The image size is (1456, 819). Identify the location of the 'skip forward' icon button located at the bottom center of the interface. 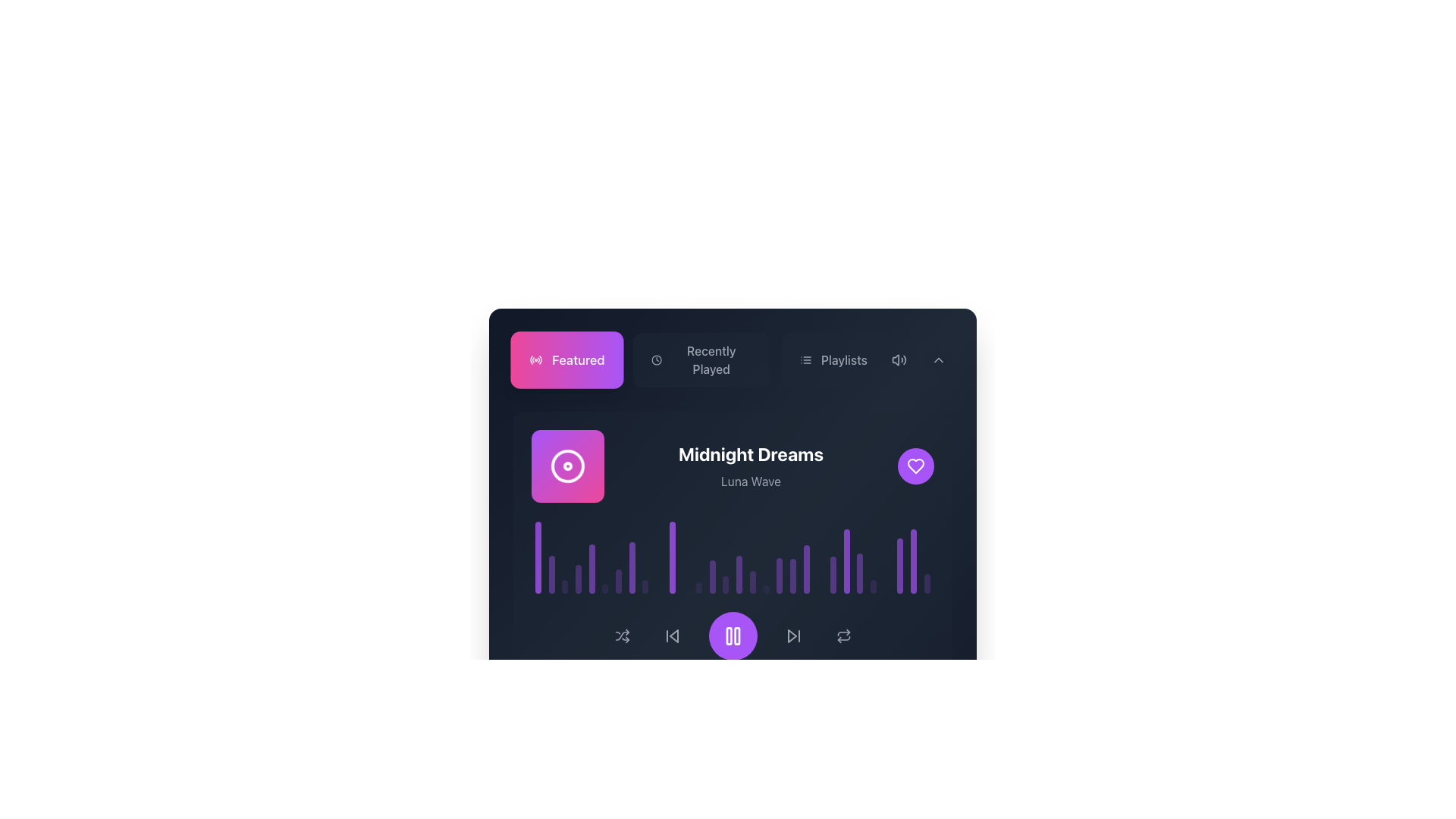
(792, 636).